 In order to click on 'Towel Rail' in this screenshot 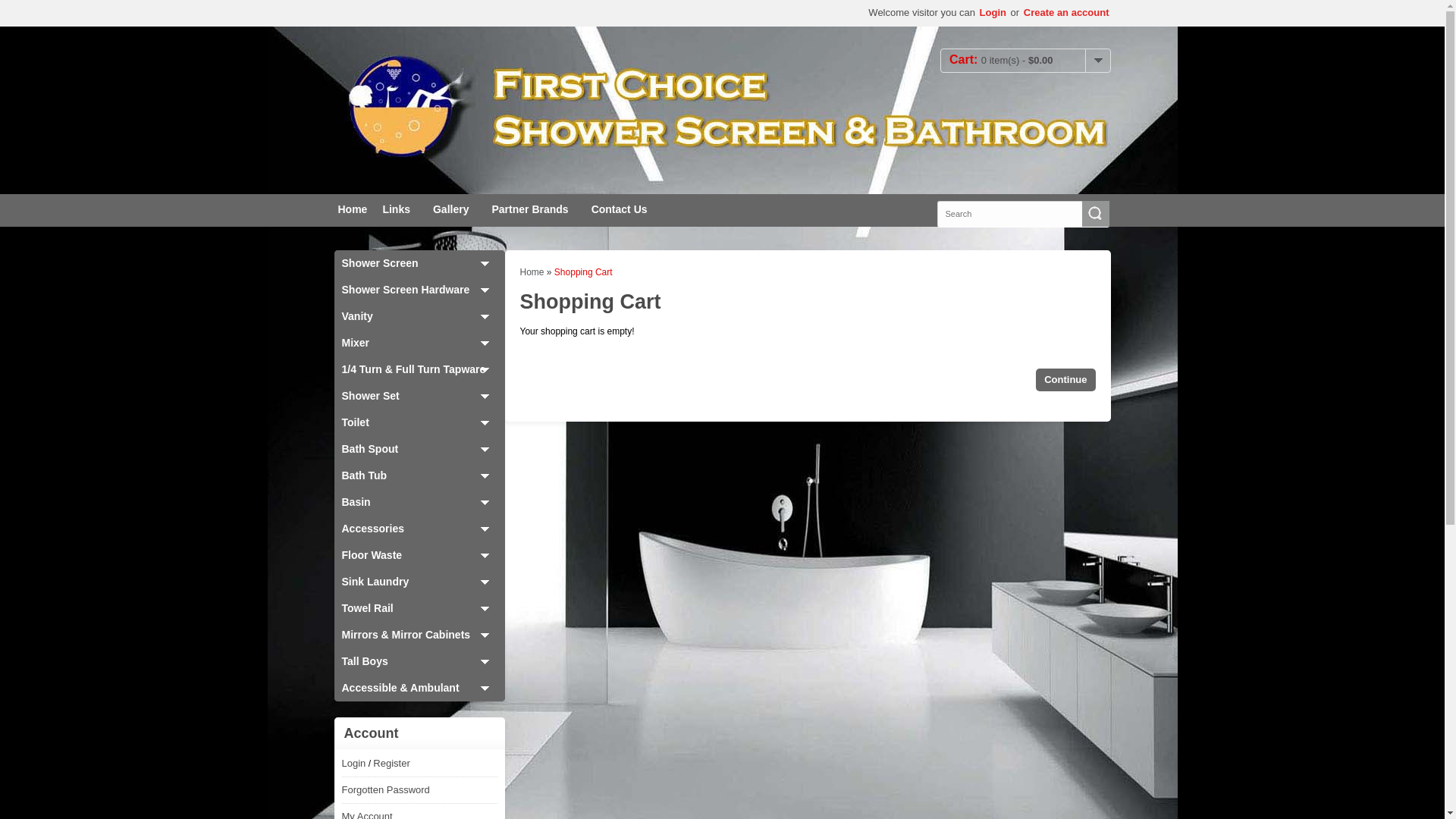, I will do `click(419, 607)`.